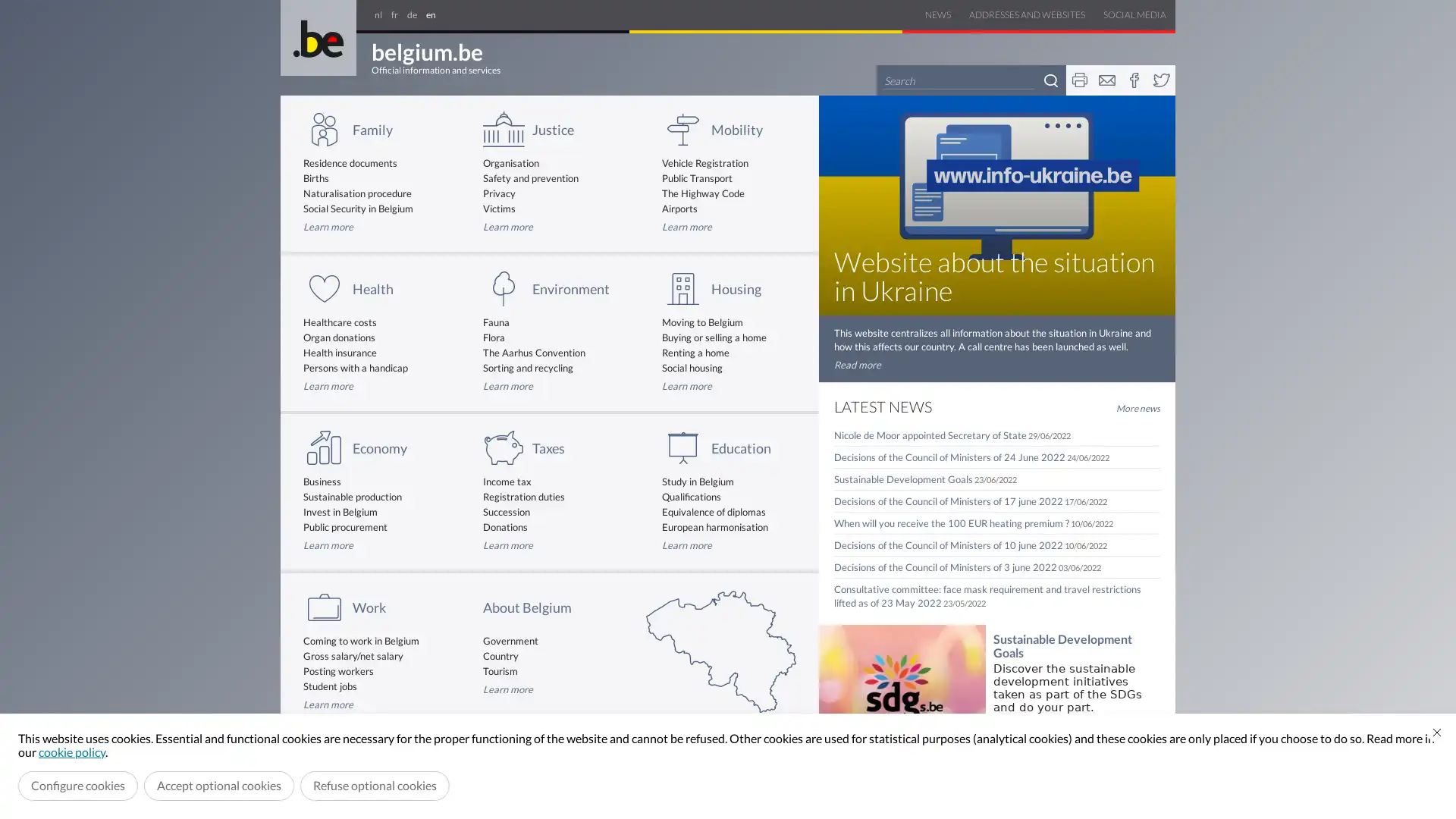 The height and width of the screenshot is (819, 1456). What do you see at coordinates (375, 785) in the screenshot?
I see `Refuse optional cookies` at bounding box center [375, 785].